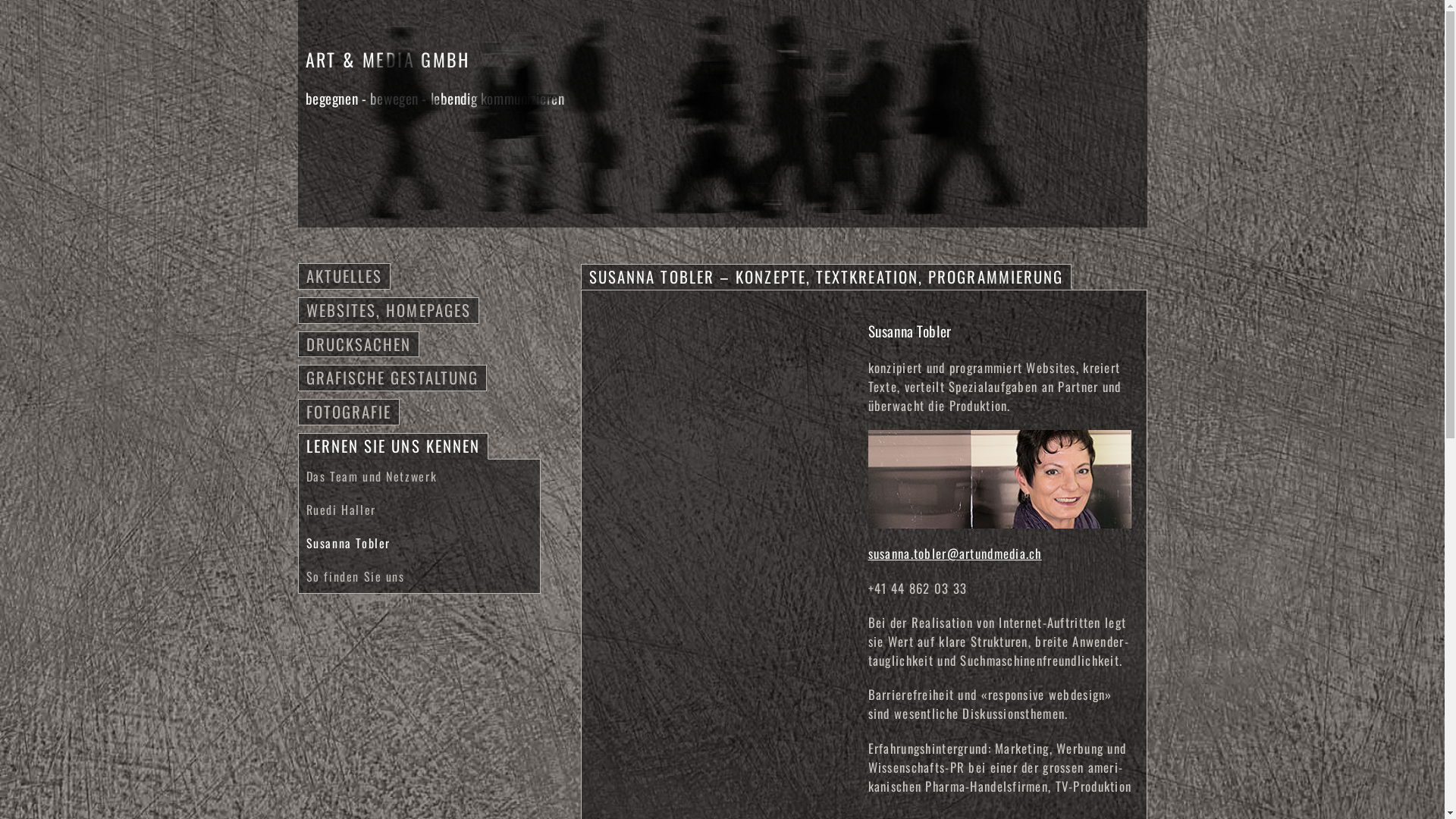  What do you see at coordinates (389, 309) in the screenshot?
I see `'WEBSITES, HOMEPAGES'` at bounding box center [389, 309].